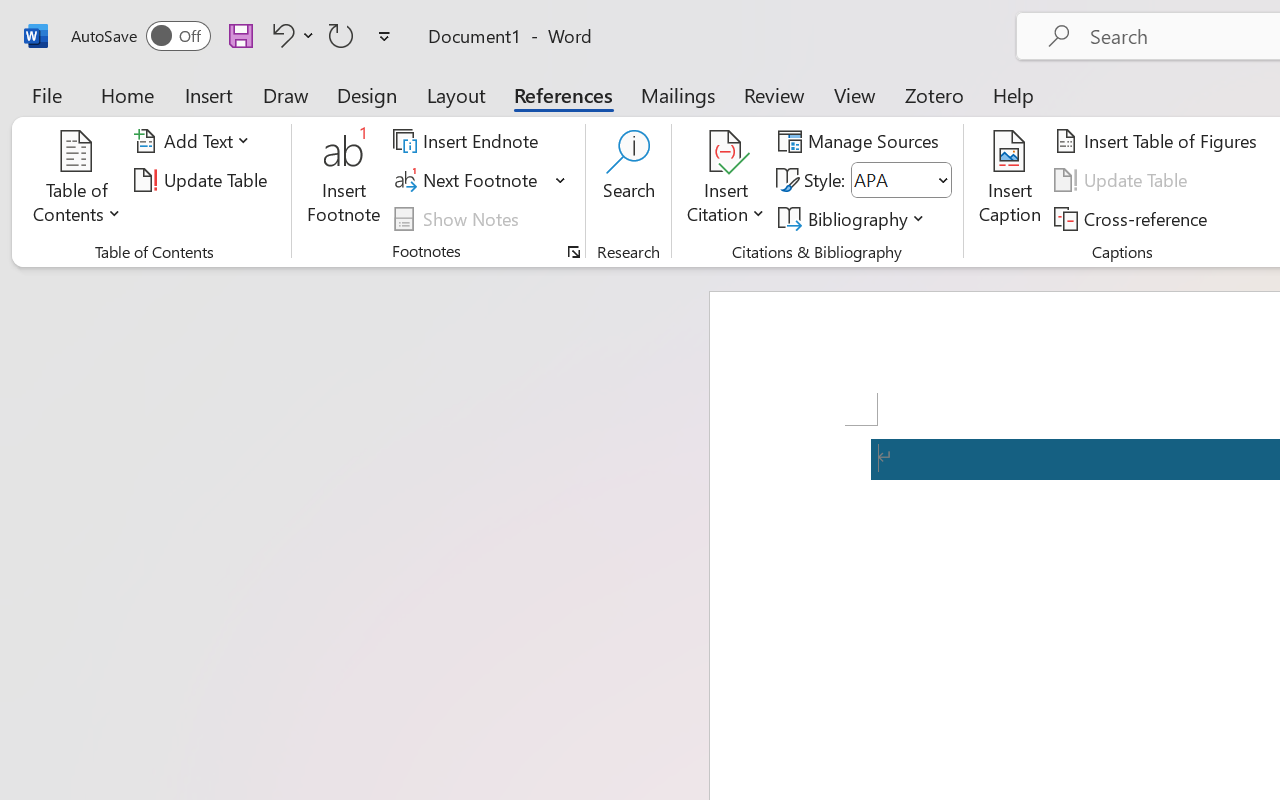 This screenshot has width=1280, height=800. What do you see at coordinates (289, 34) in the screenshot?
I see `'Undo Apply Quick Style Set'` at bounding box center [289, 34].